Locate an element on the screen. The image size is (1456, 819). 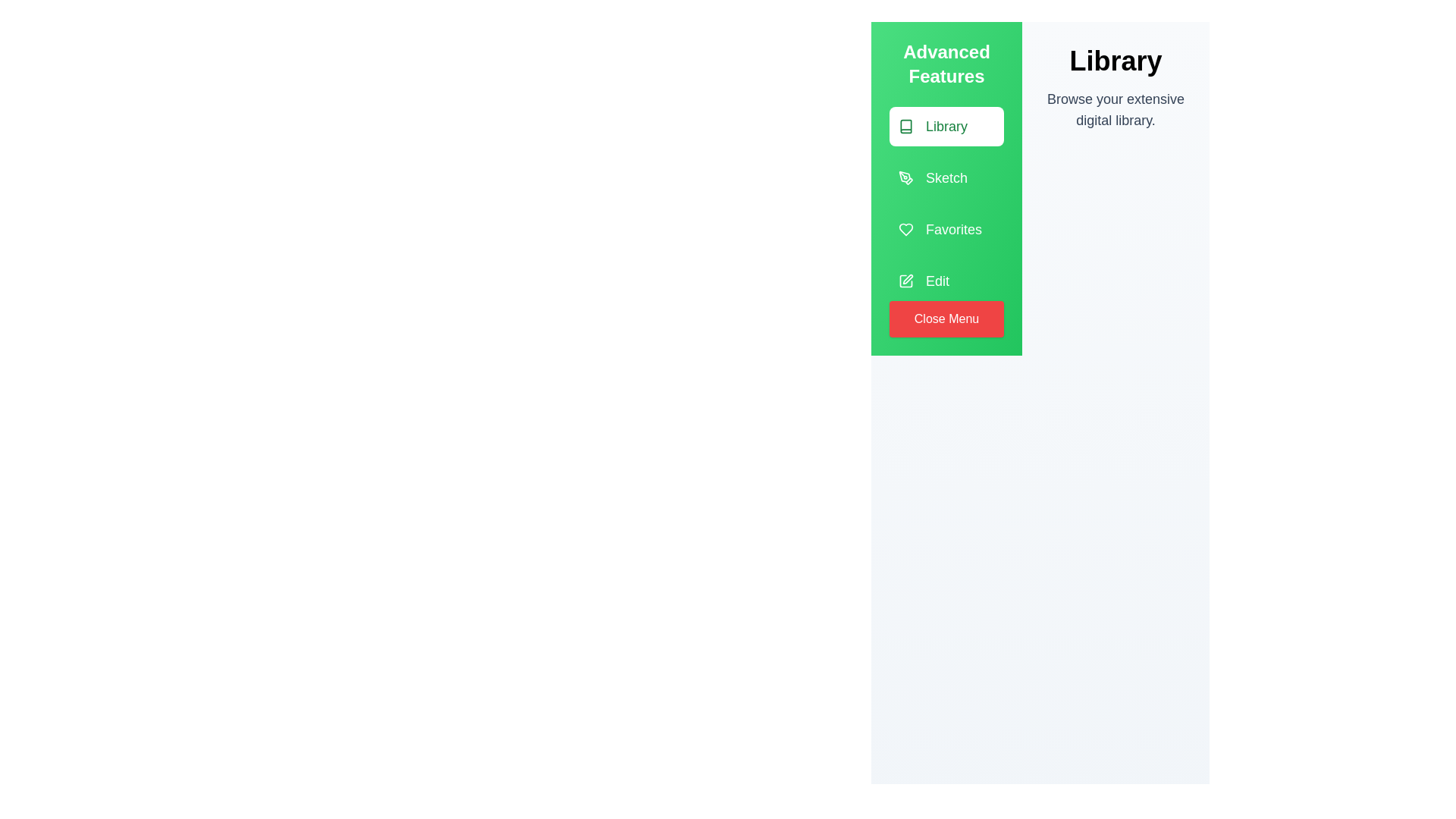
the 'Close Menu' button to close the drawer is located at coordinates (946, 318).